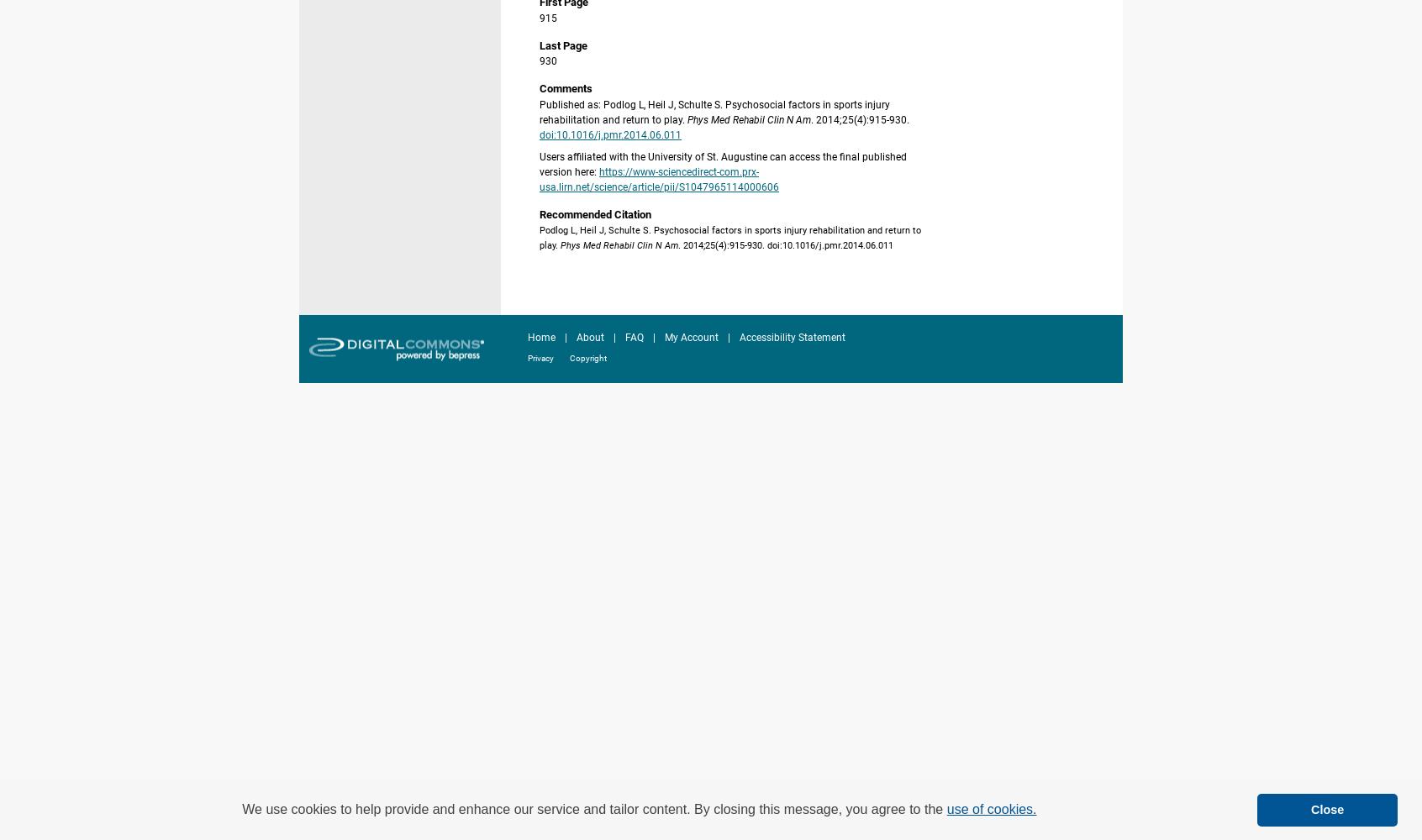 Image resolution: width=1422 pixels, height=840 pixels. Describe the element at coordinates (609, 134) in the screenshot. I see `'doi:10.1016/j.pmr.2014.06.011'` at that location.